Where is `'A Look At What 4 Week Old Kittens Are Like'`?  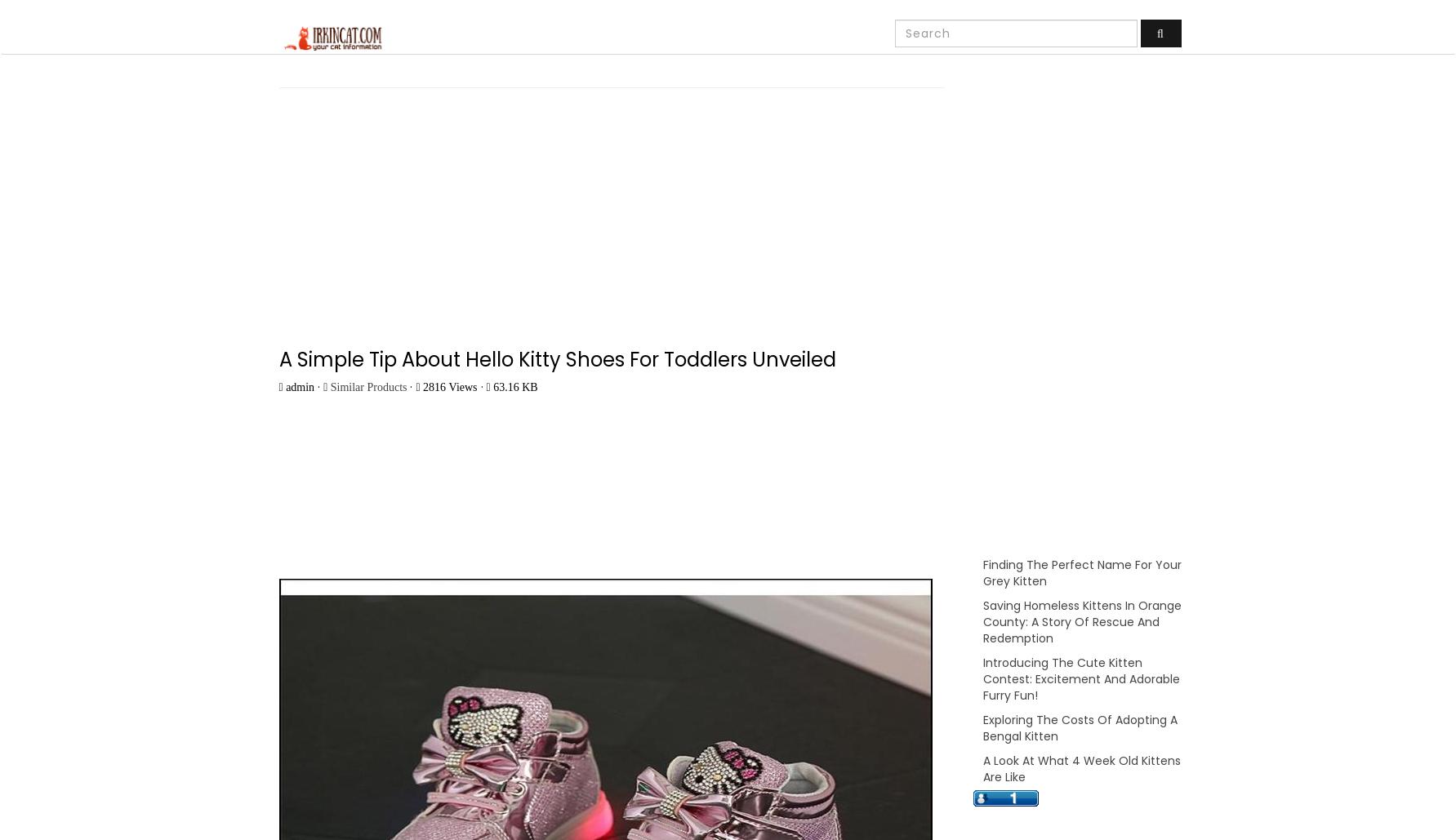
'A Look At What 4 Week Old Kittens Are Like' is located at coordinates (1080, 769).